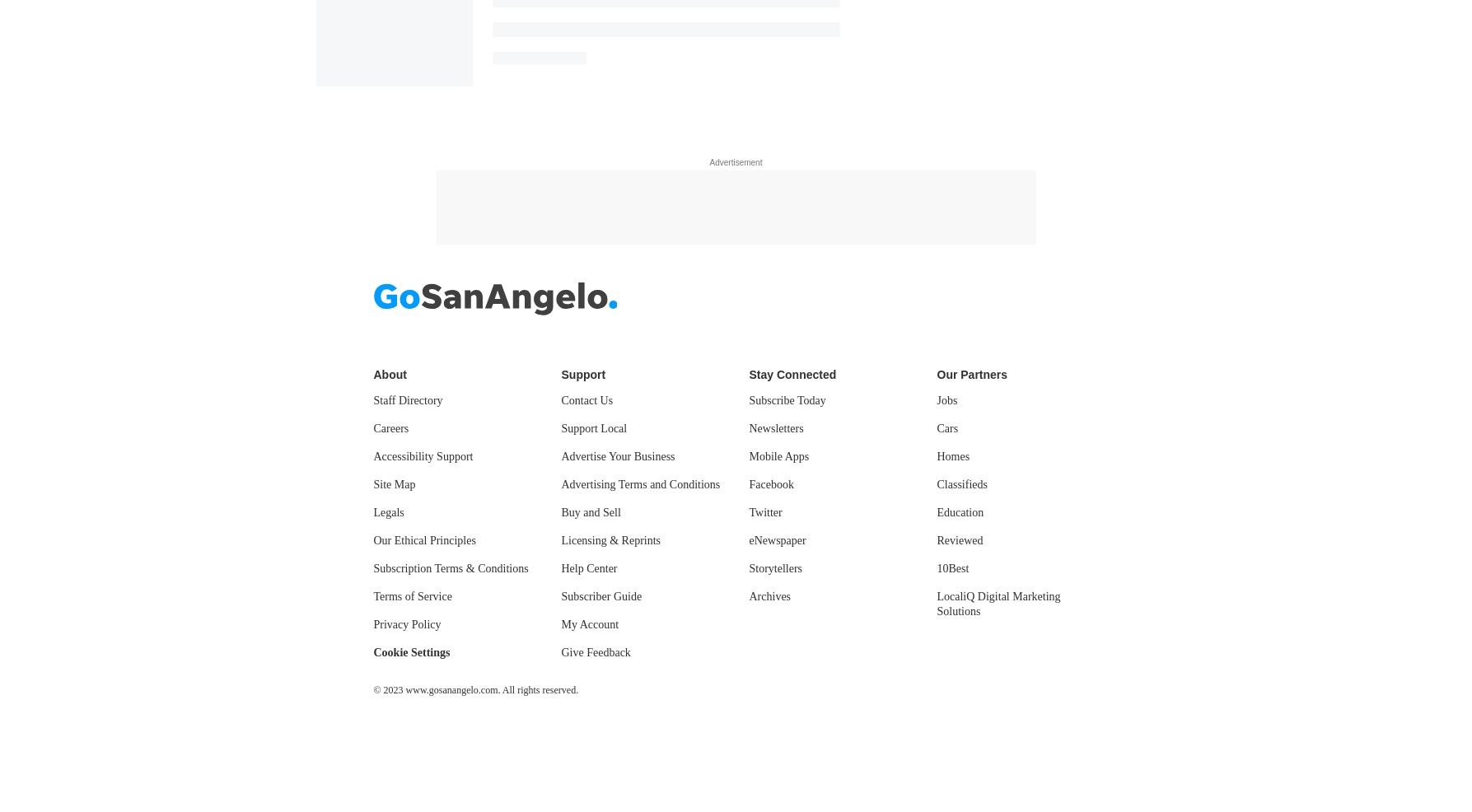 The height and width of the screenshot is (812, 1472). Describe the element at coordinates (786, 399) in the screenshot. I see `'Subscribe Today'` at that location.